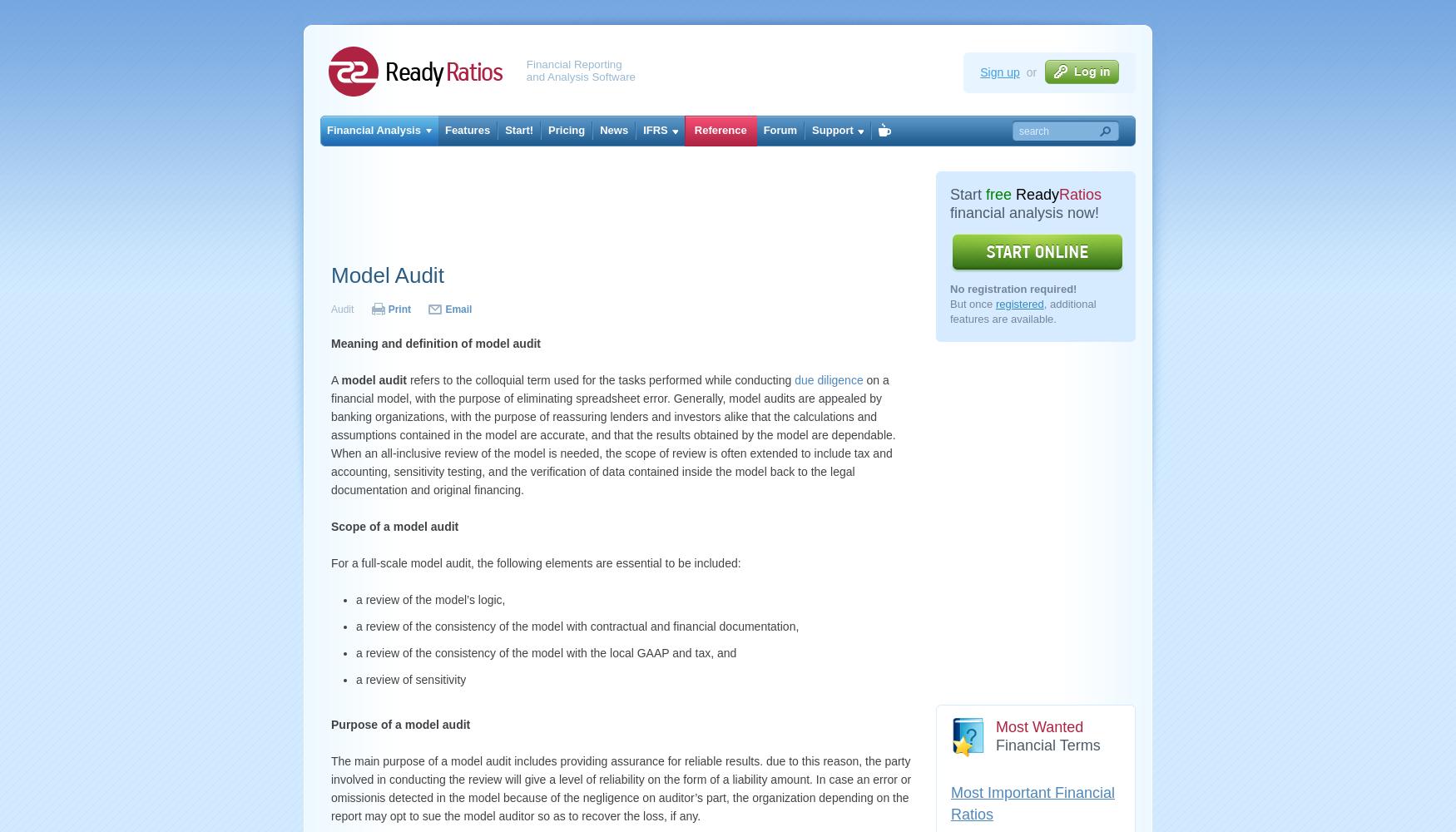 This screenshot has height=832, width=1456. I want to click on 'and Analysis Software', so click(581, 76).